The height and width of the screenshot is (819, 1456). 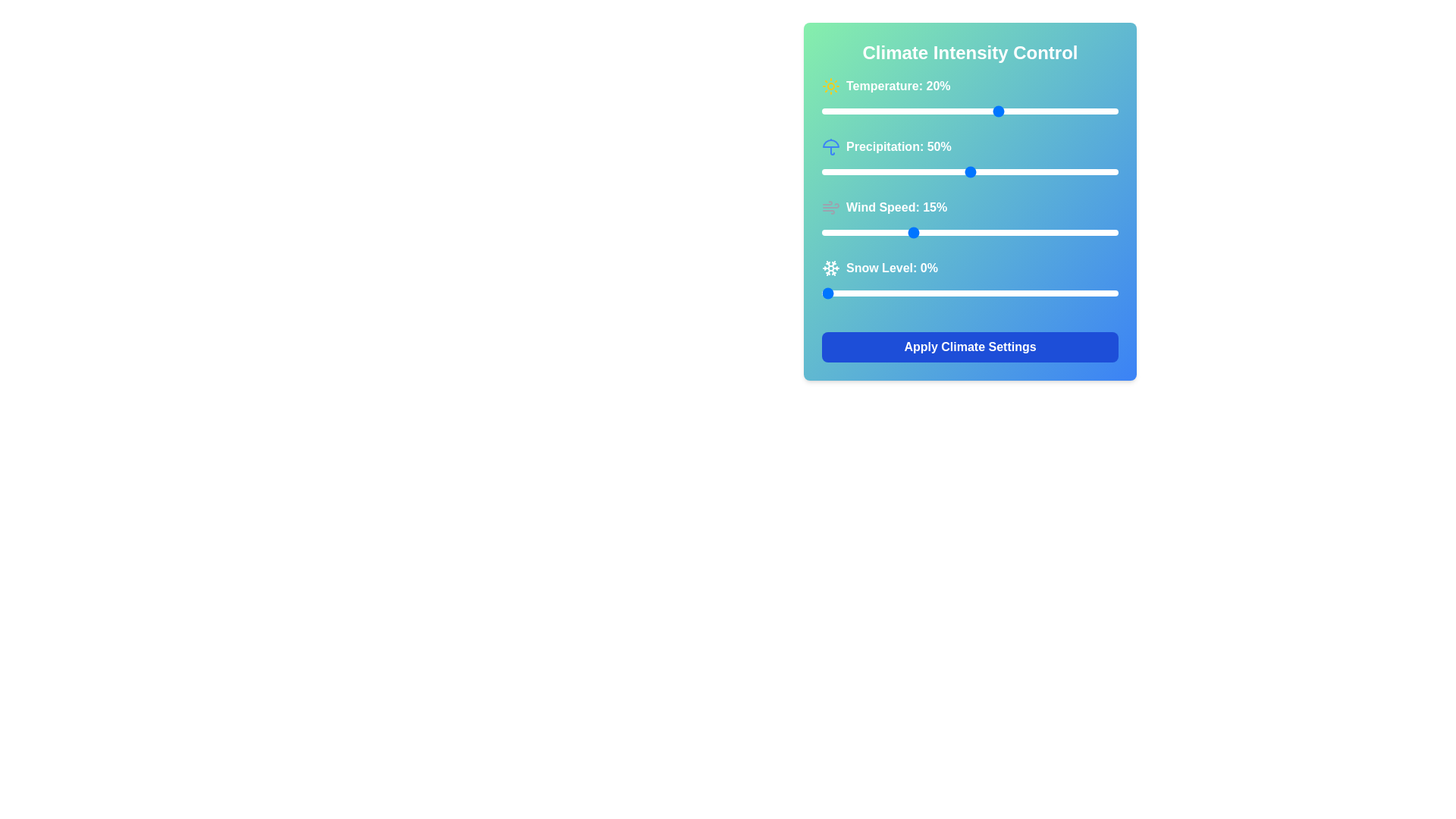 What do you see at coordinates (969, 158) in the screenshot?
I see `the slider control displaying 'Precipitation: 50%' to change its position` at bounding box center [969, 158].